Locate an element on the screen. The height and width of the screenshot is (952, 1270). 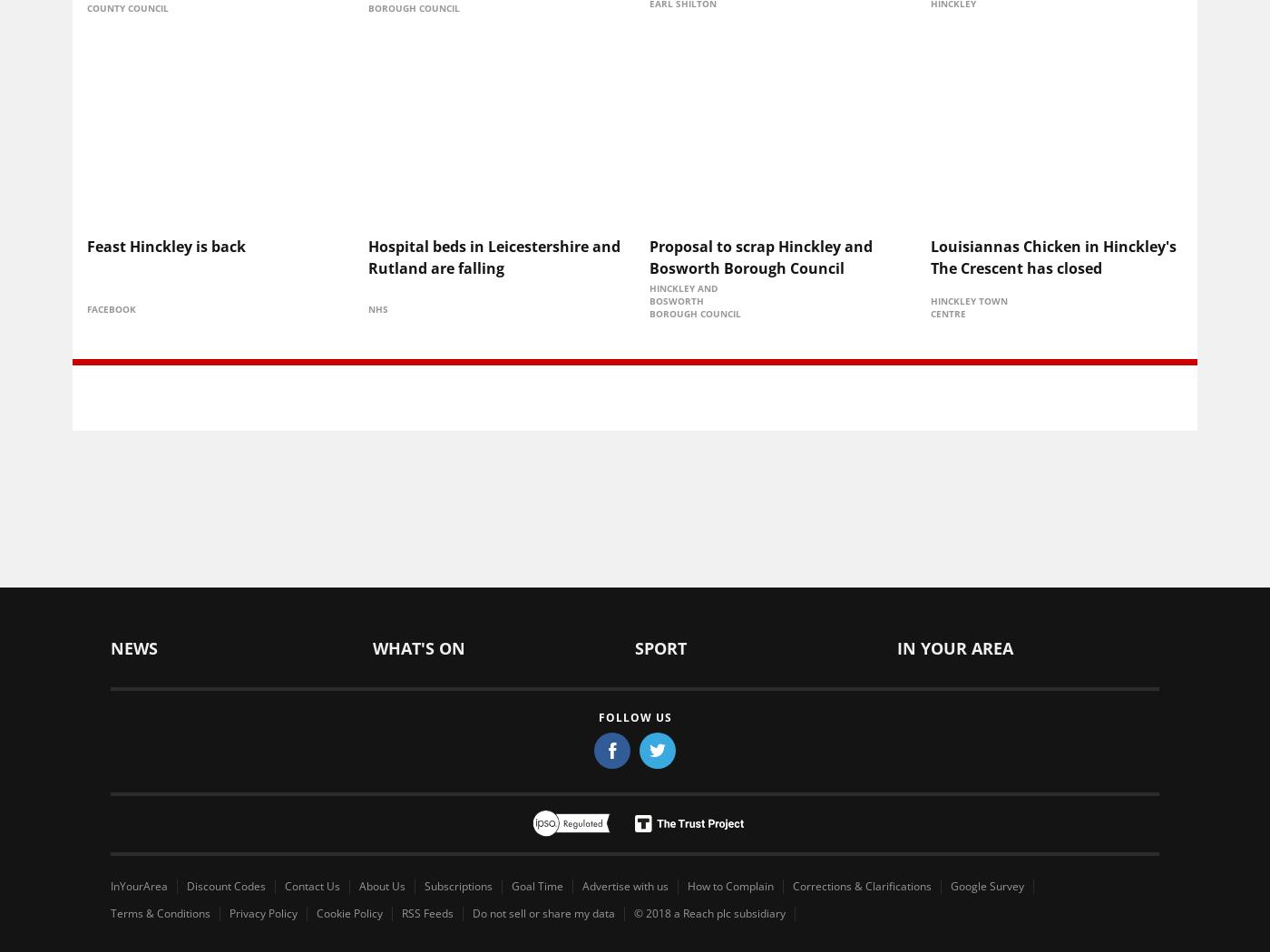
'Hospital beds in Leicestershire and Rutland are falling' is located at coordinates (368, 255).